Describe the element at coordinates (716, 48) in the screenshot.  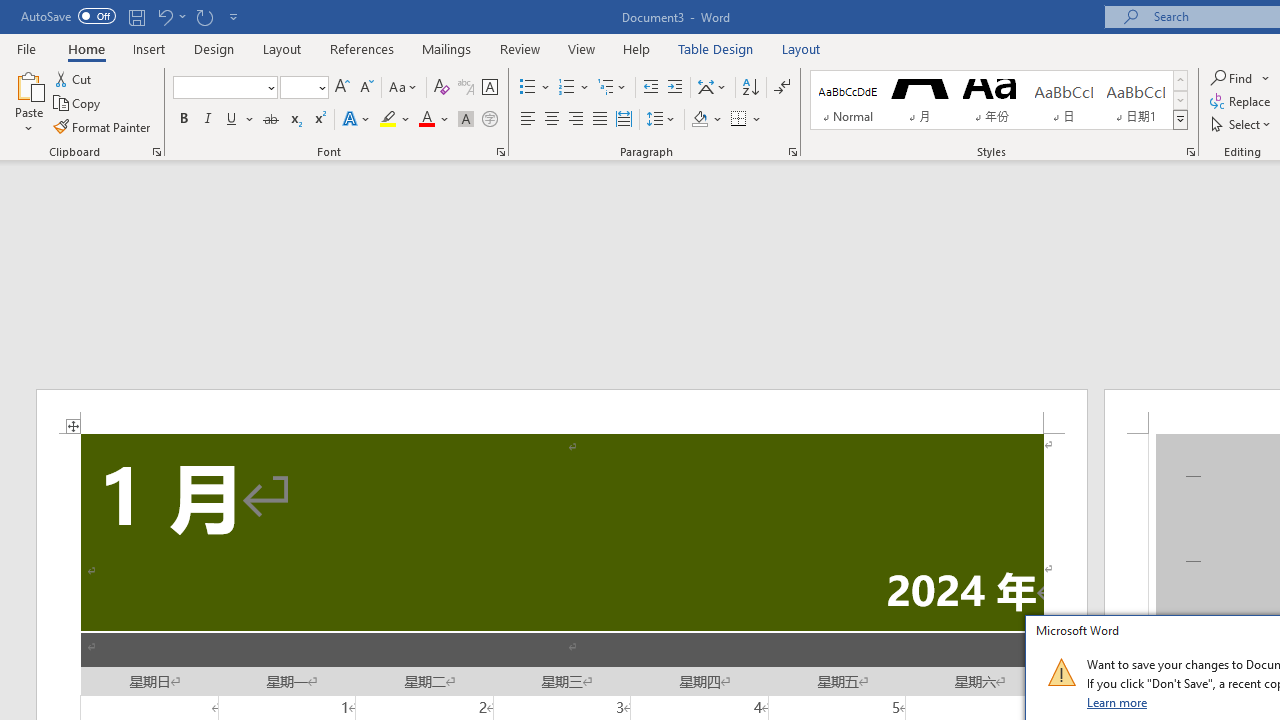
I see `'Table Design'` at that location.